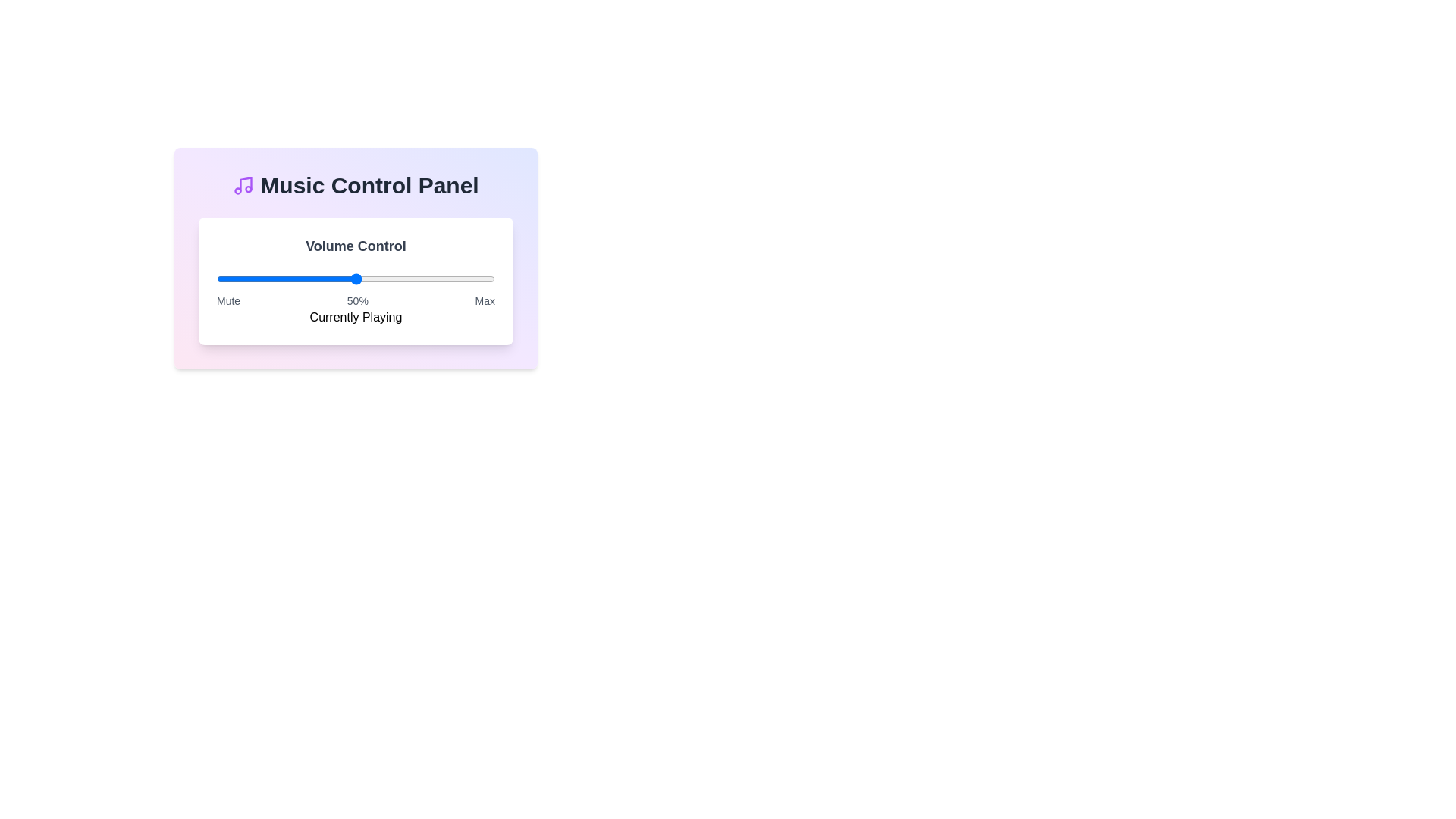  I want to click on the volume slider to 0% level, so click(216, 278).